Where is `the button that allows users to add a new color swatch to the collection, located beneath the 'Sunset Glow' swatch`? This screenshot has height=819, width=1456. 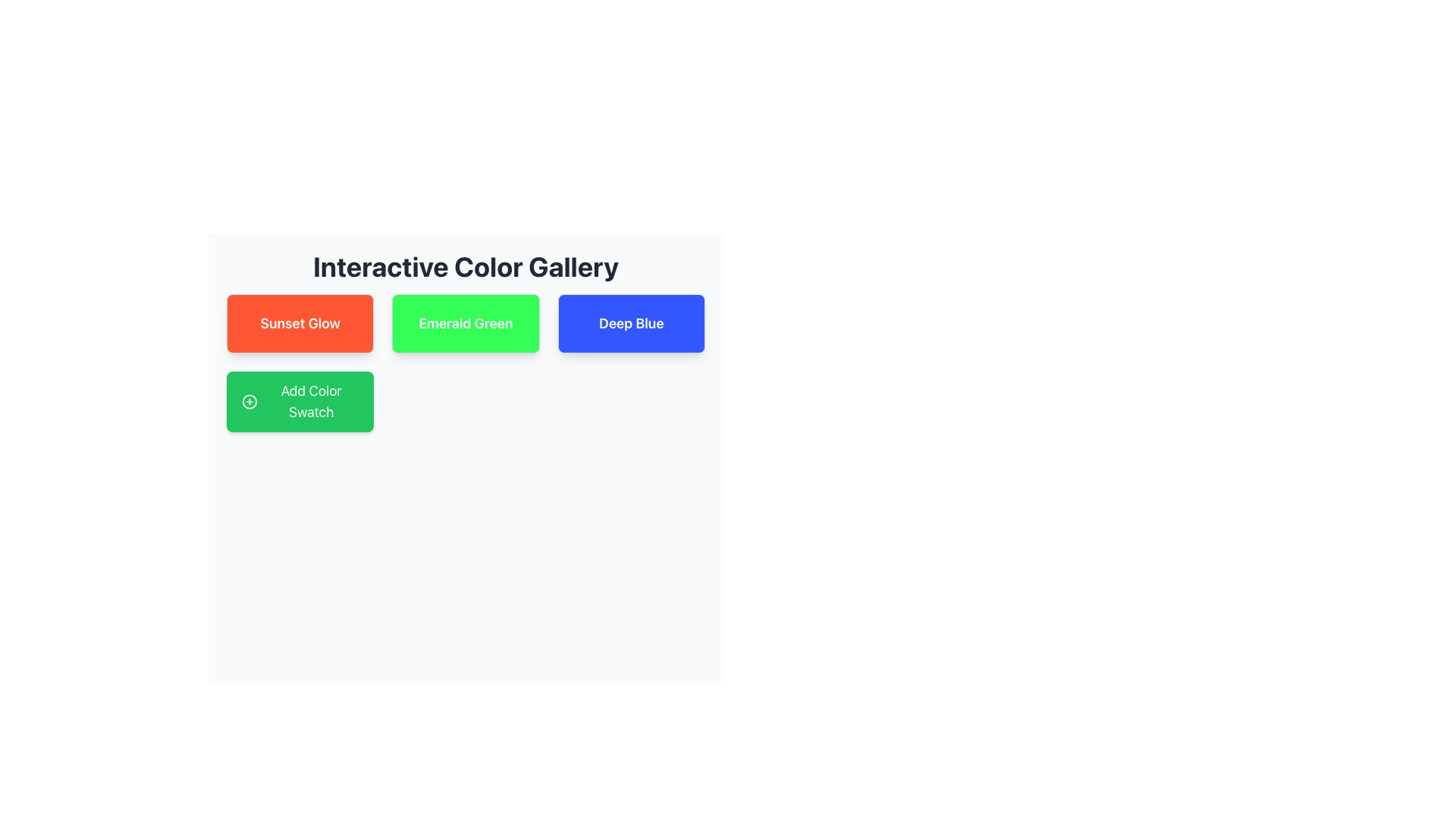 the button that allows users to add a new color swatch to the collection, located beneath the 'Sunset Glow' swatch is located at coordinates (300, 400).